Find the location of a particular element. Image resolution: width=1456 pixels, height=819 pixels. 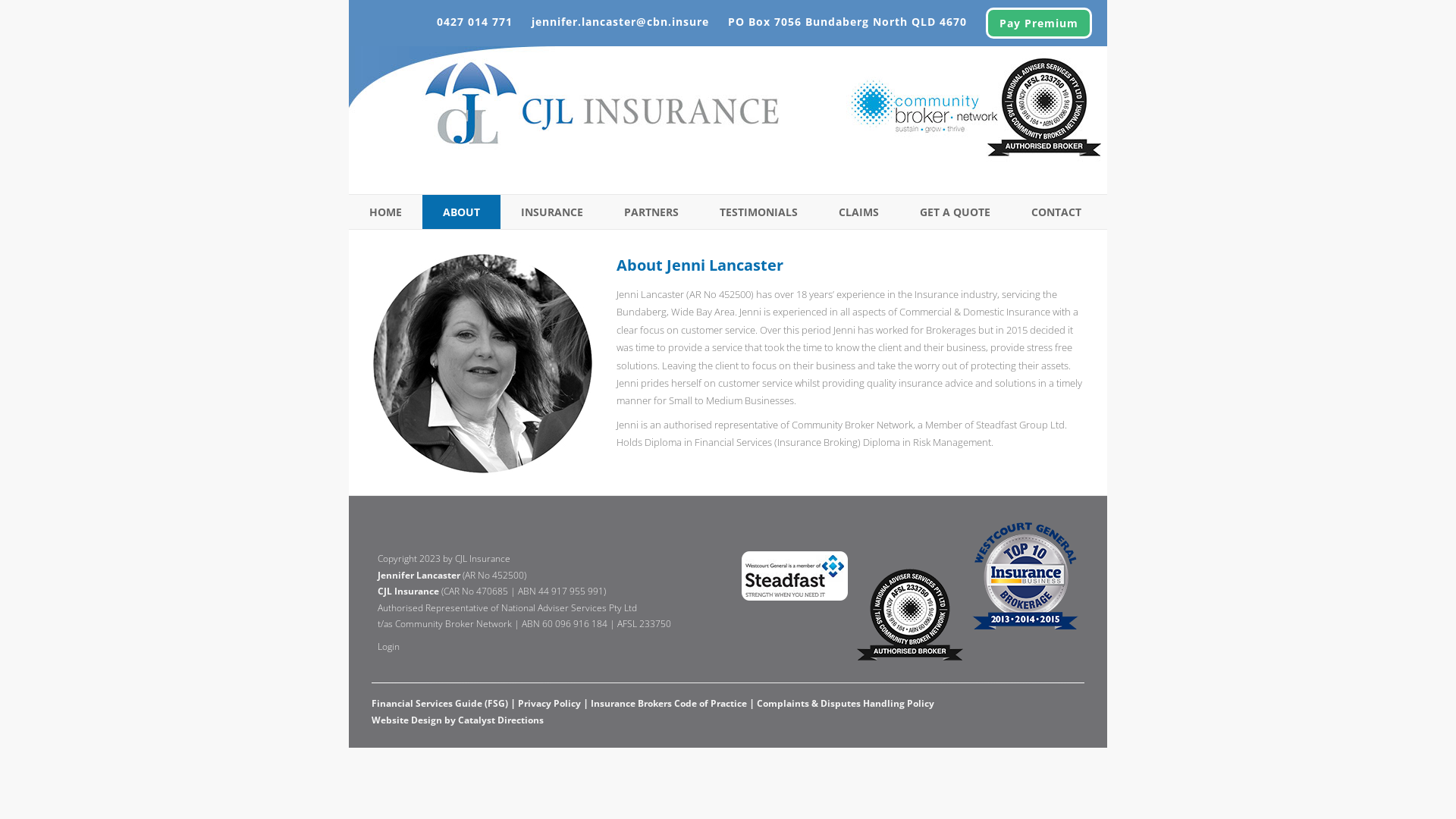

'Insurance Brokers Code of Practice' is located at coordinates (589, 703).